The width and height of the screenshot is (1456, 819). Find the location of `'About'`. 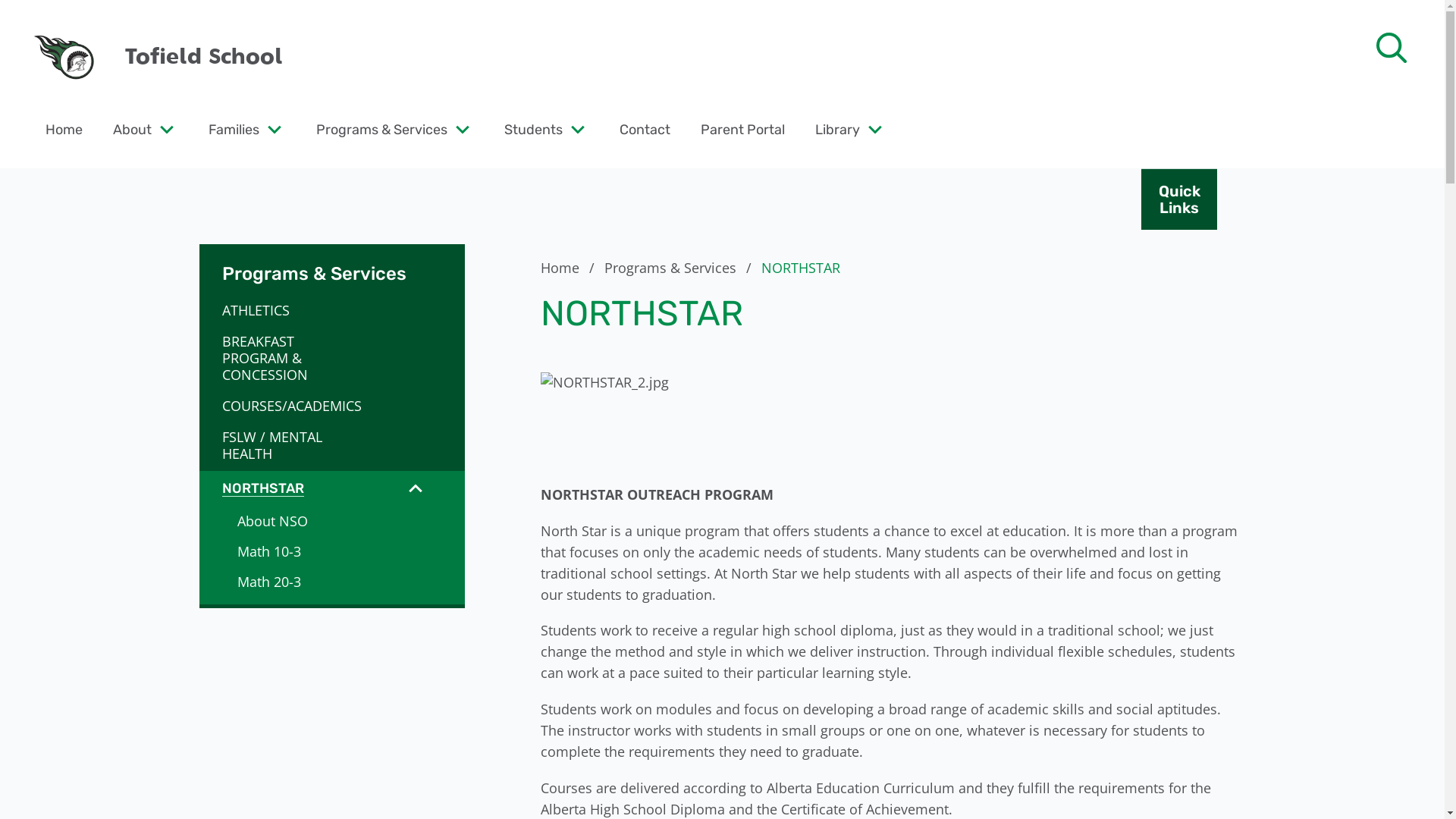

'About' is located at coordinates (132, 128).